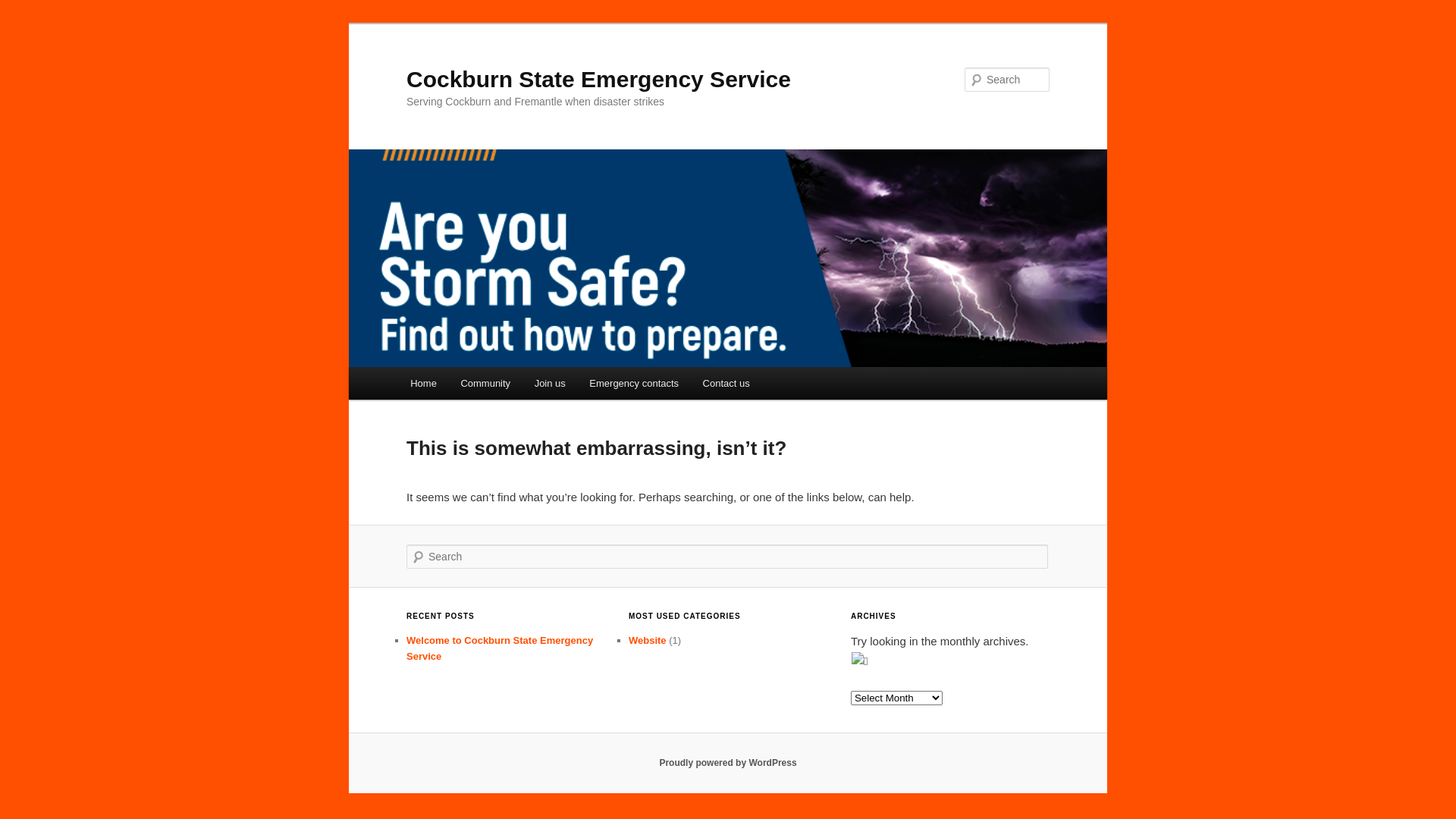  I want to click on 'Contact us', so click(690, 382).